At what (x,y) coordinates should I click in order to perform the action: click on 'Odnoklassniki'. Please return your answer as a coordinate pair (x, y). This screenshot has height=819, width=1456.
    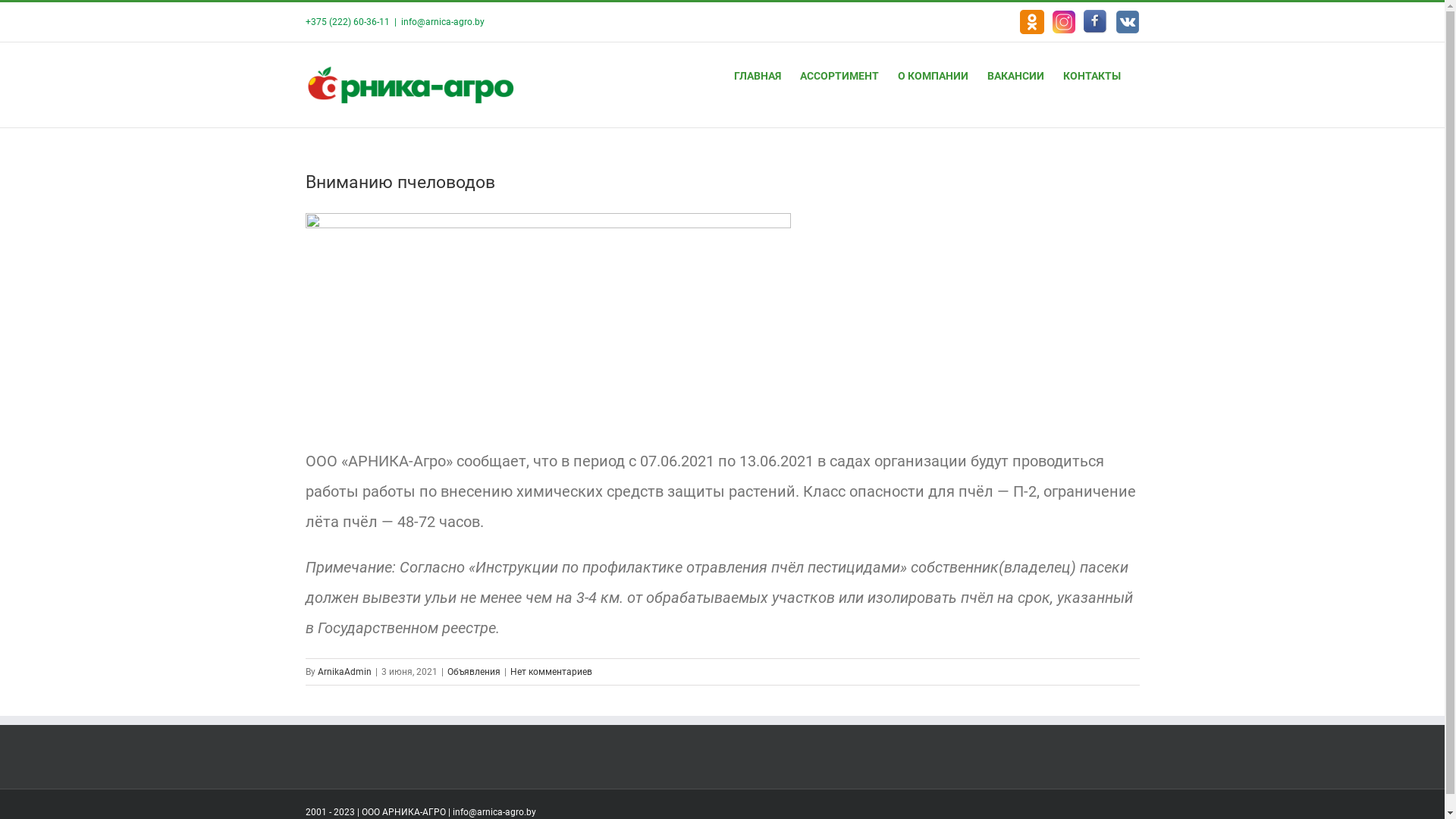
    Looking at the image, I should click on (1019, 22).